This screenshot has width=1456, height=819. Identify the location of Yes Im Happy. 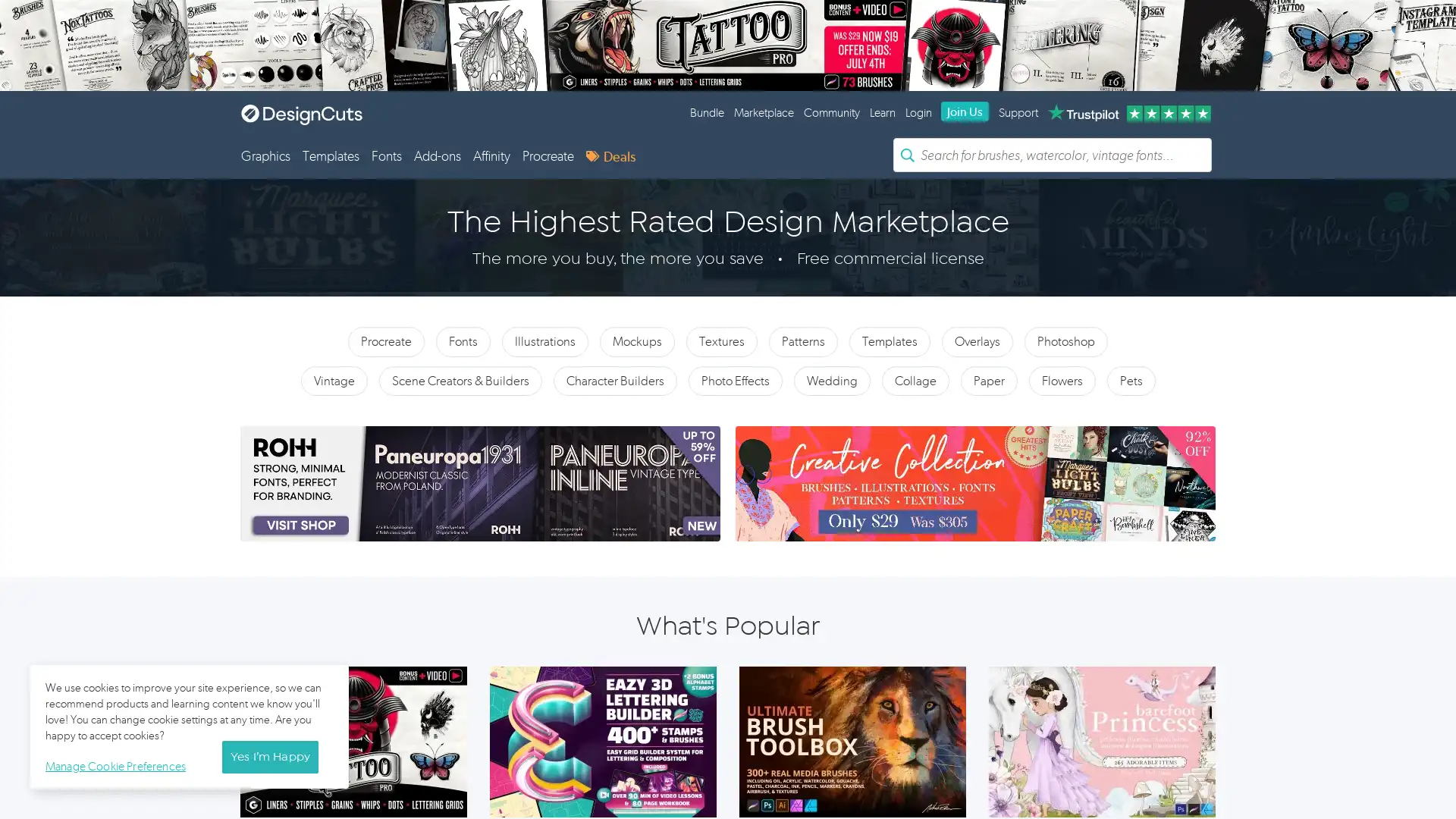
(269, 757).